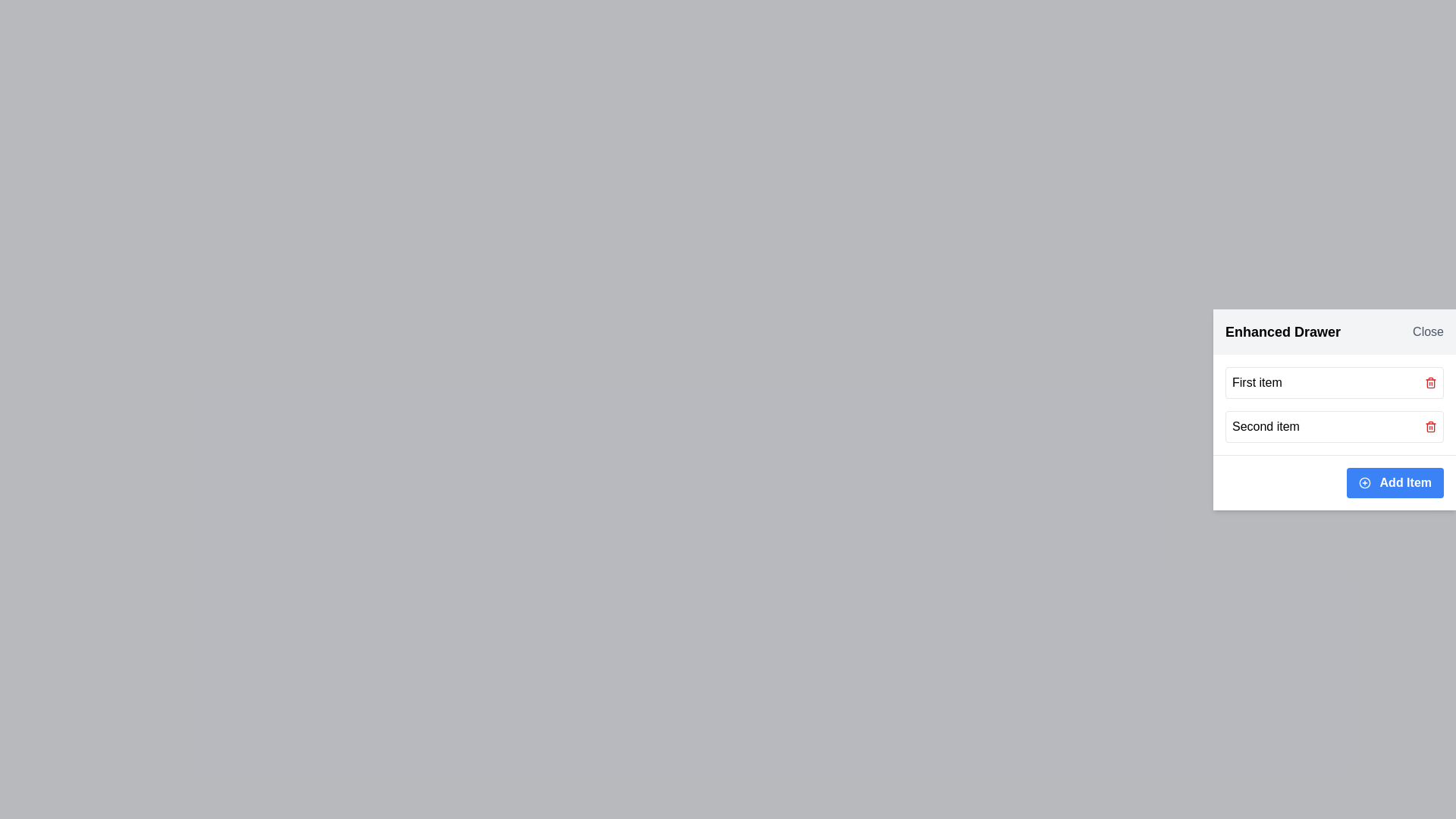 The image size is (1456, 819). Describe the element at coordinates (1364, 483) in the screenshot. I see `the icon representing the action of adding or creating an item, located at the left end of the 'Add Item' button` at that location.